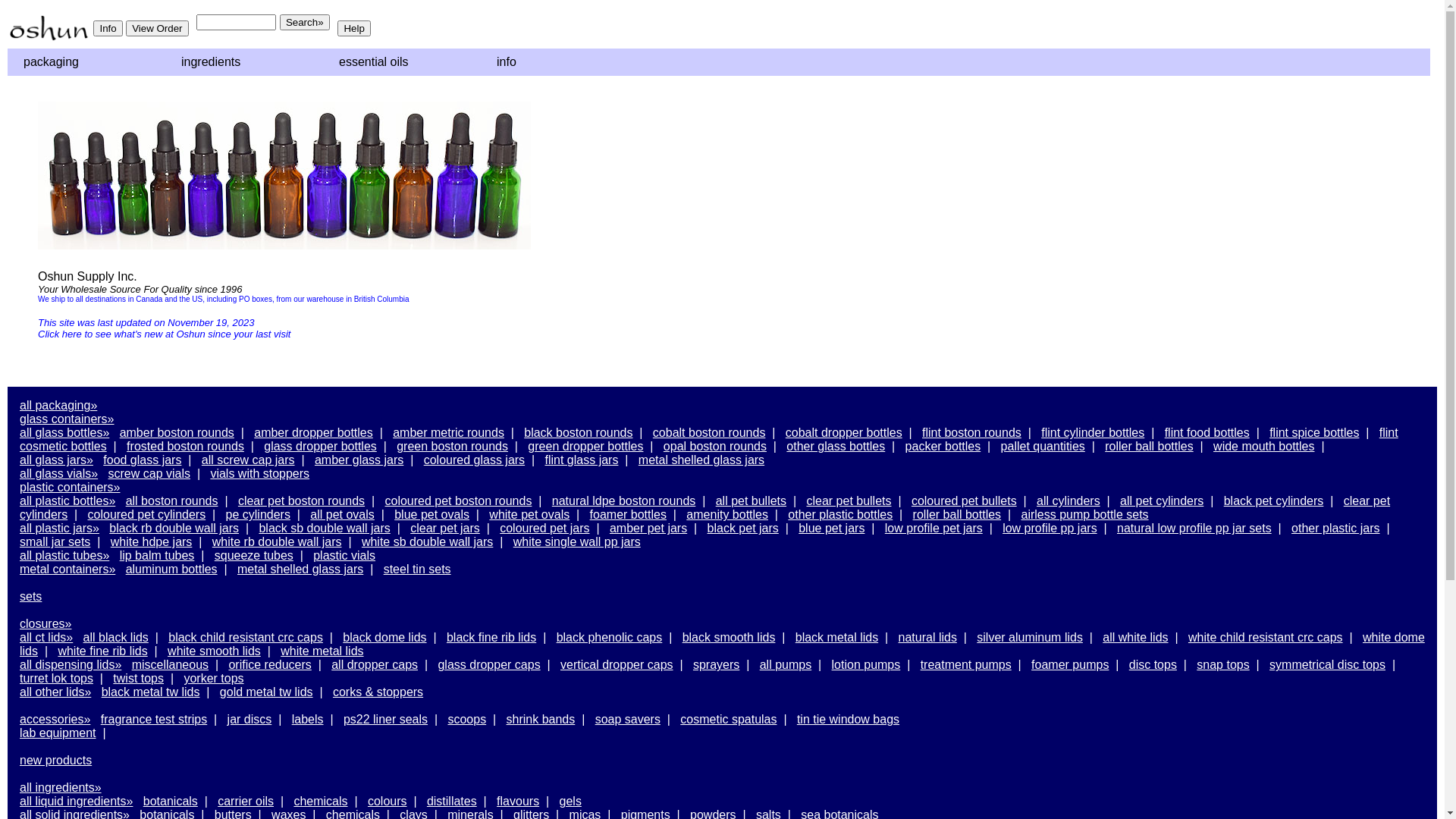 The image size is (1456, 819). I want to click on 'tin tie window bags', so click(847, 718).